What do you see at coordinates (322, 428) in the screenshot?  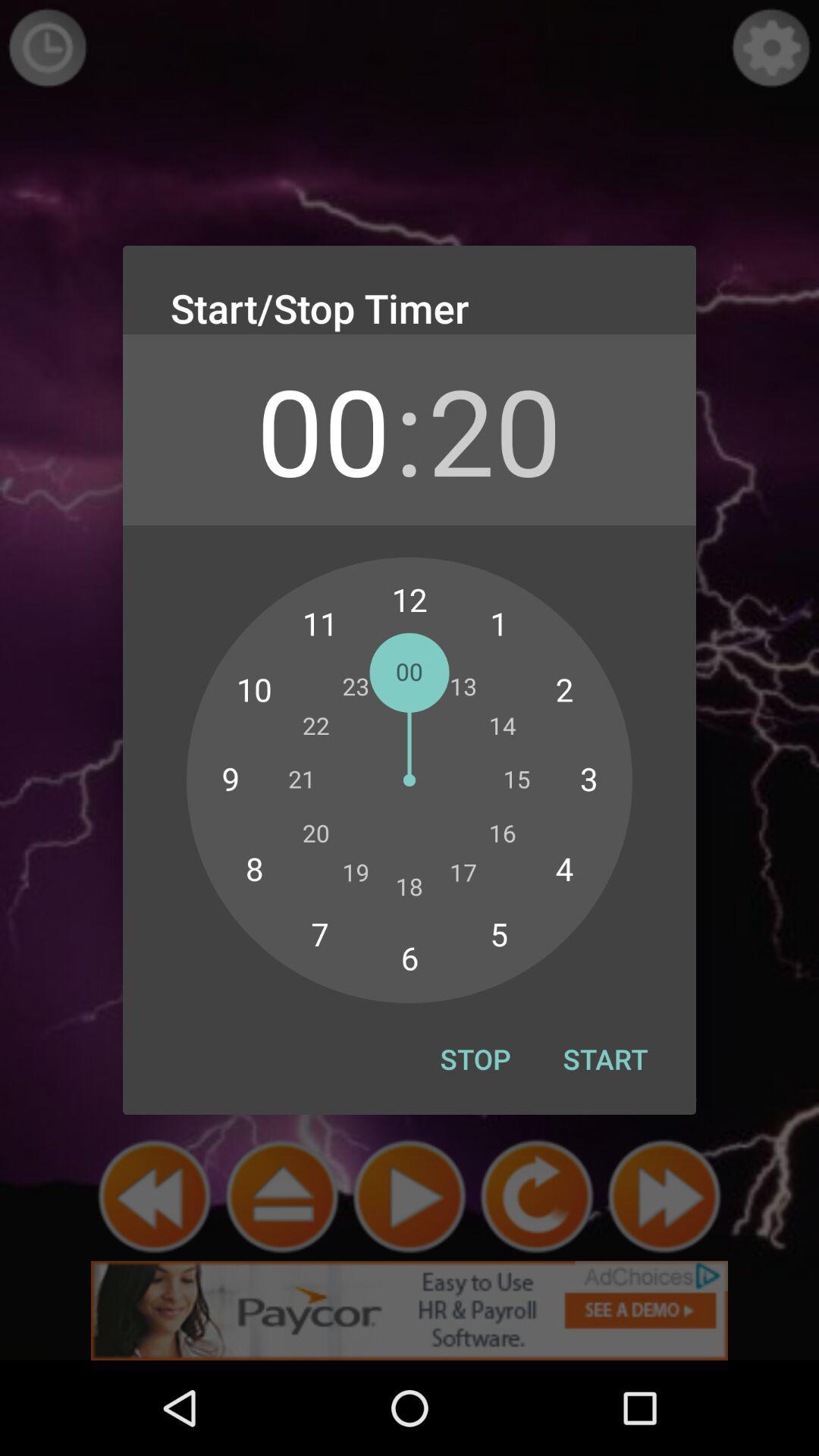 I see `the icon below start/stop timer item` at bounding box center [322, 428].